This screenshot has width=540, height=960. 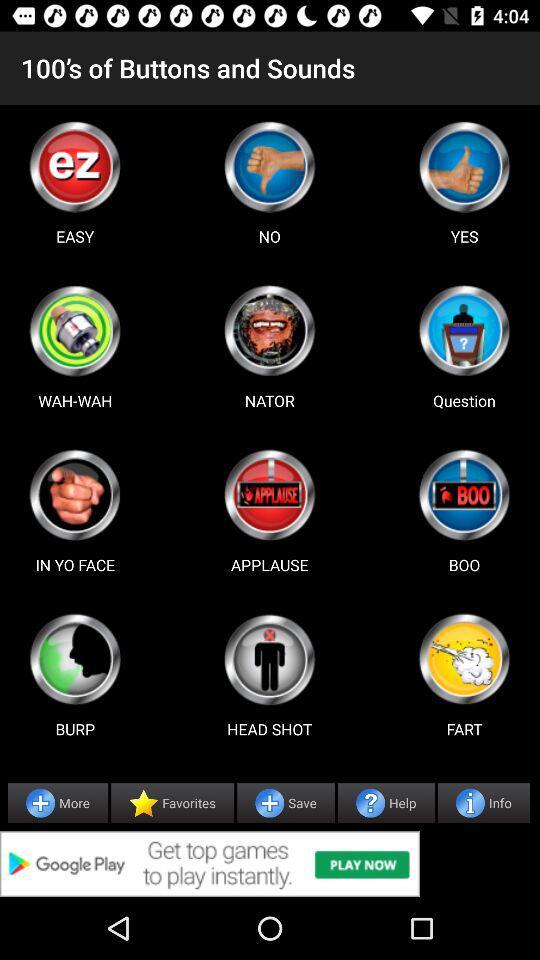 I want to click on go applause, so click(x=269, y=494).